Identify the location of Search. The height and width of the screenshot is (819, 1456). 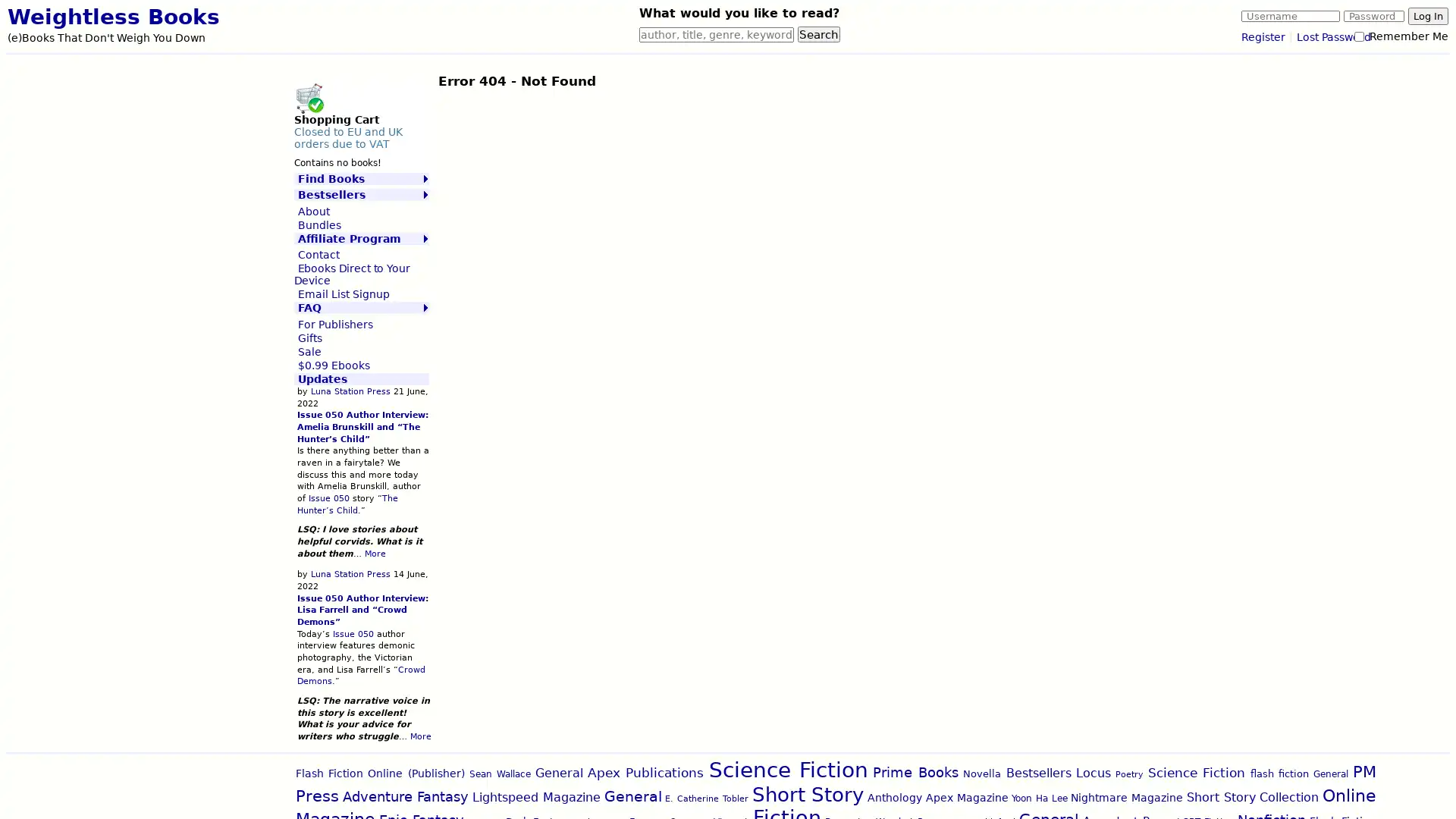
(818, 34).